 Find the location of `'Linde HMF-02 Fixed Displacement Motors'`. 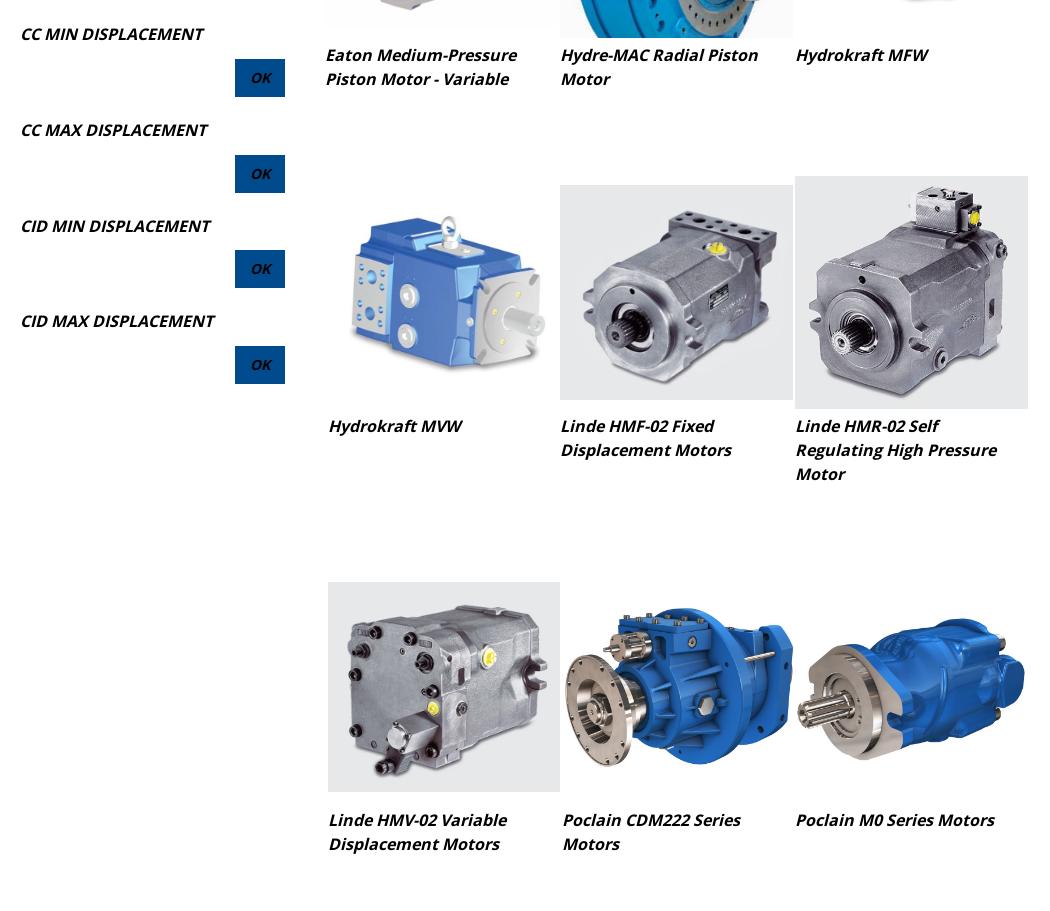

'Linde HMF-02 Fixed Displacement Motors' is located at coordinates (644, 437).